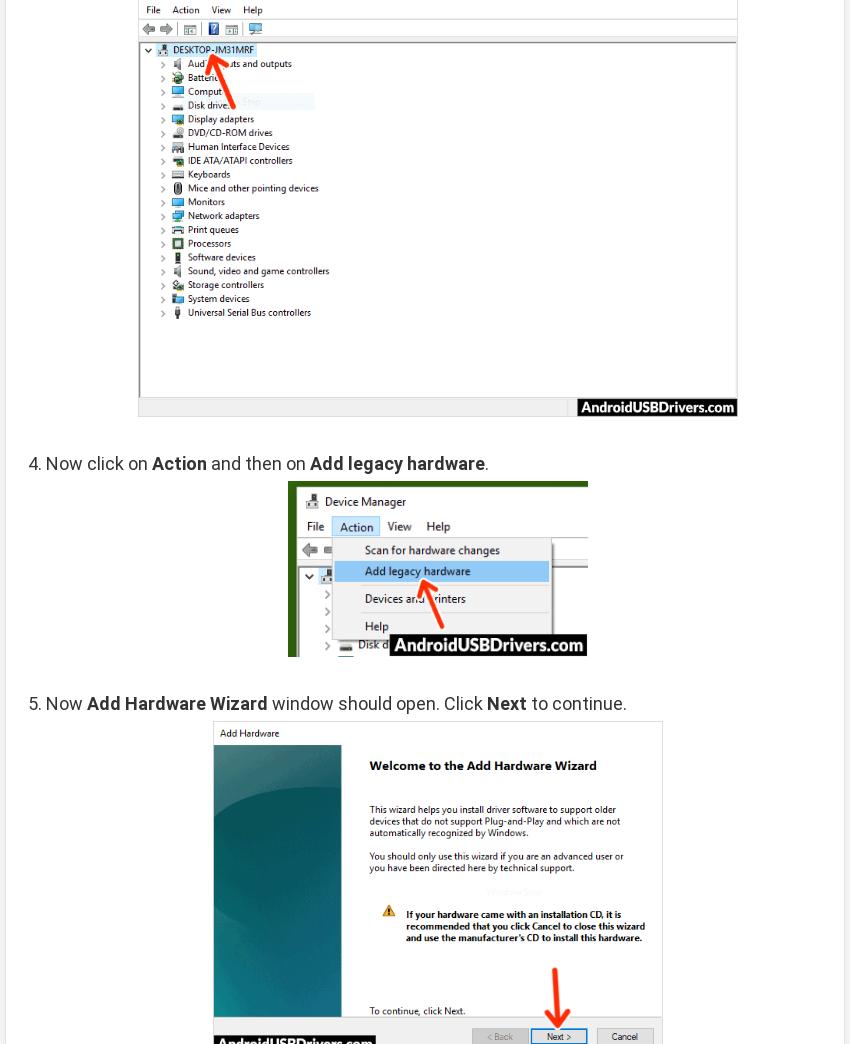 Image resolution: width=850 pixels, height=1044 pixels. Describe the element at coordinates (526, 701) in the screenshot. I see `'to continue.'` at that location.